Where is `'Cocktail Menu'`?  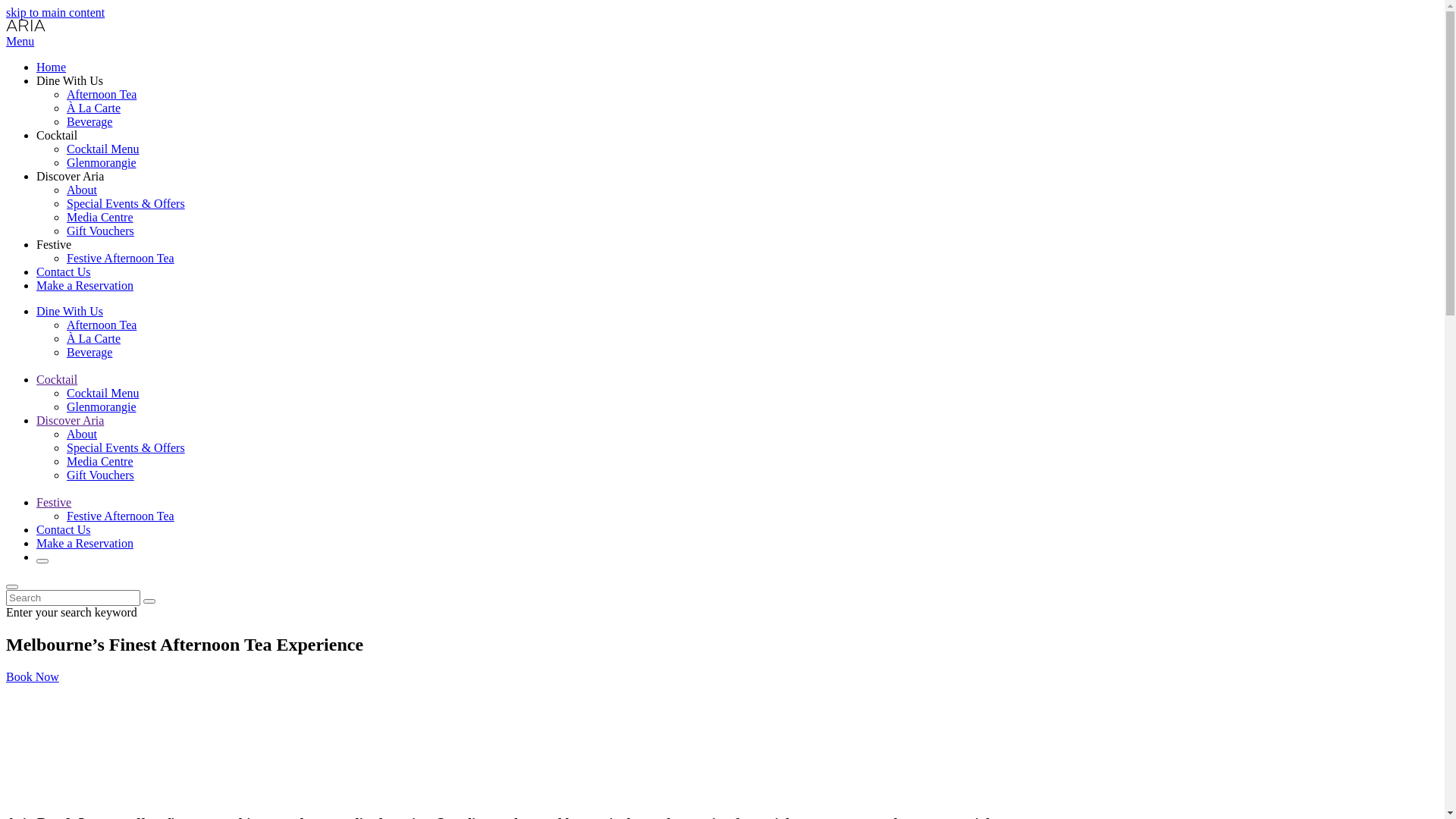 'Cocktail Menu' is located at coordinates (65, 149).